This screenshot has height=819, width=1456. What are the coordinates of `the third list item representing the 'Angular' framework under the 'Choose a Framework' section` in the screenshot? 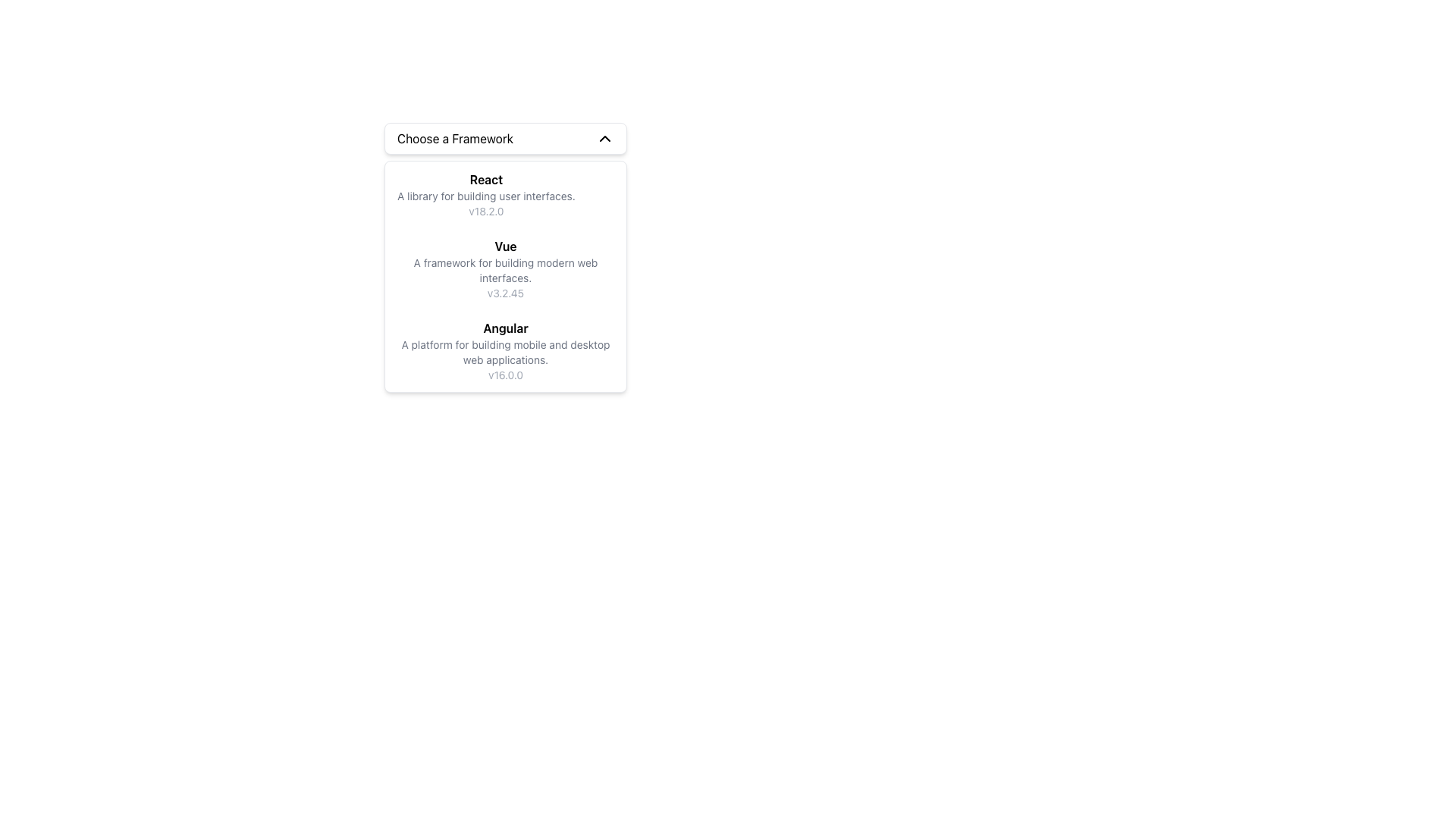 It's located at (506, 350).